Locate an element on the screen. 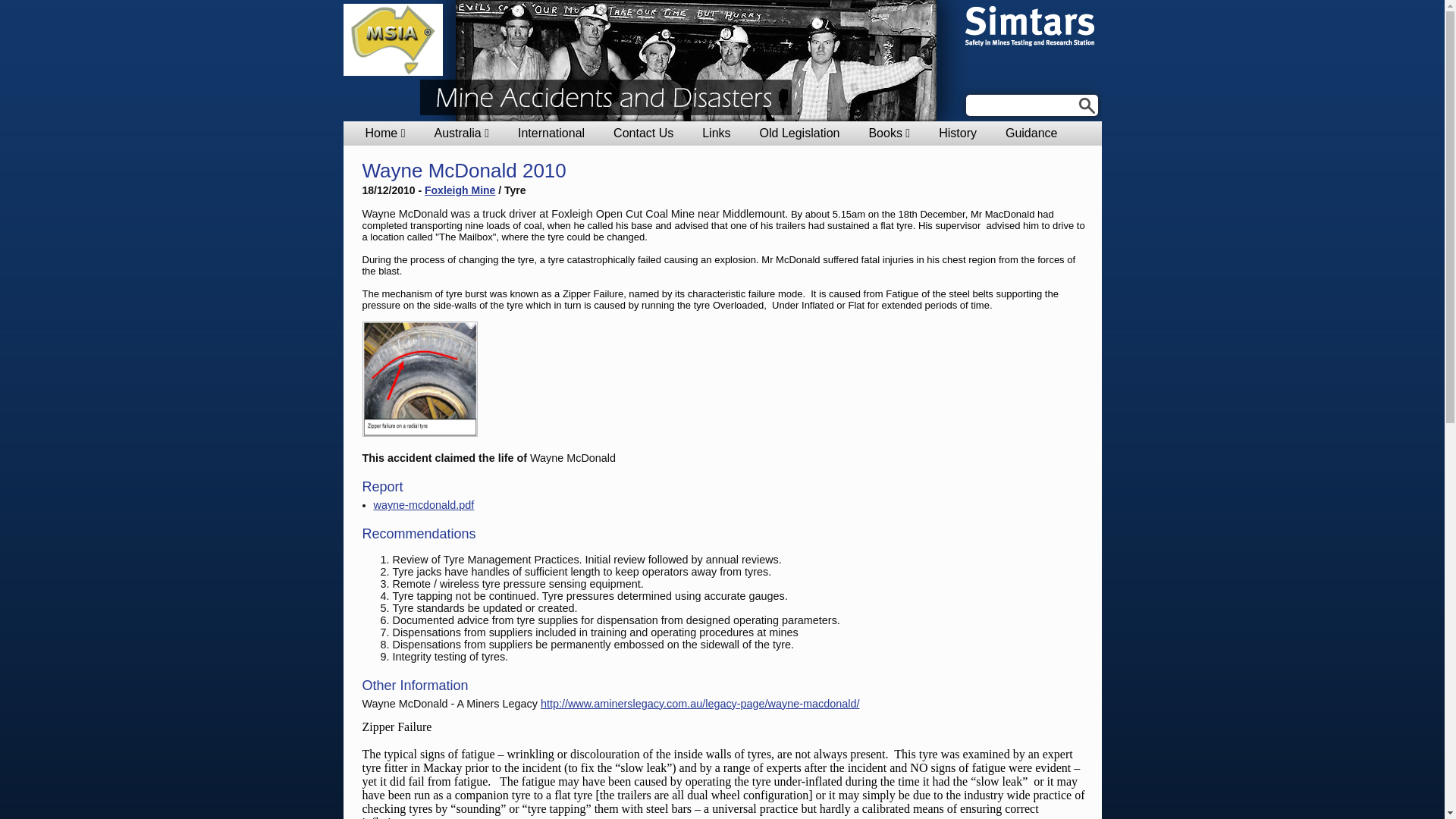 The image size is (1456, 819). 'History' is located at coordinates (938, 133).